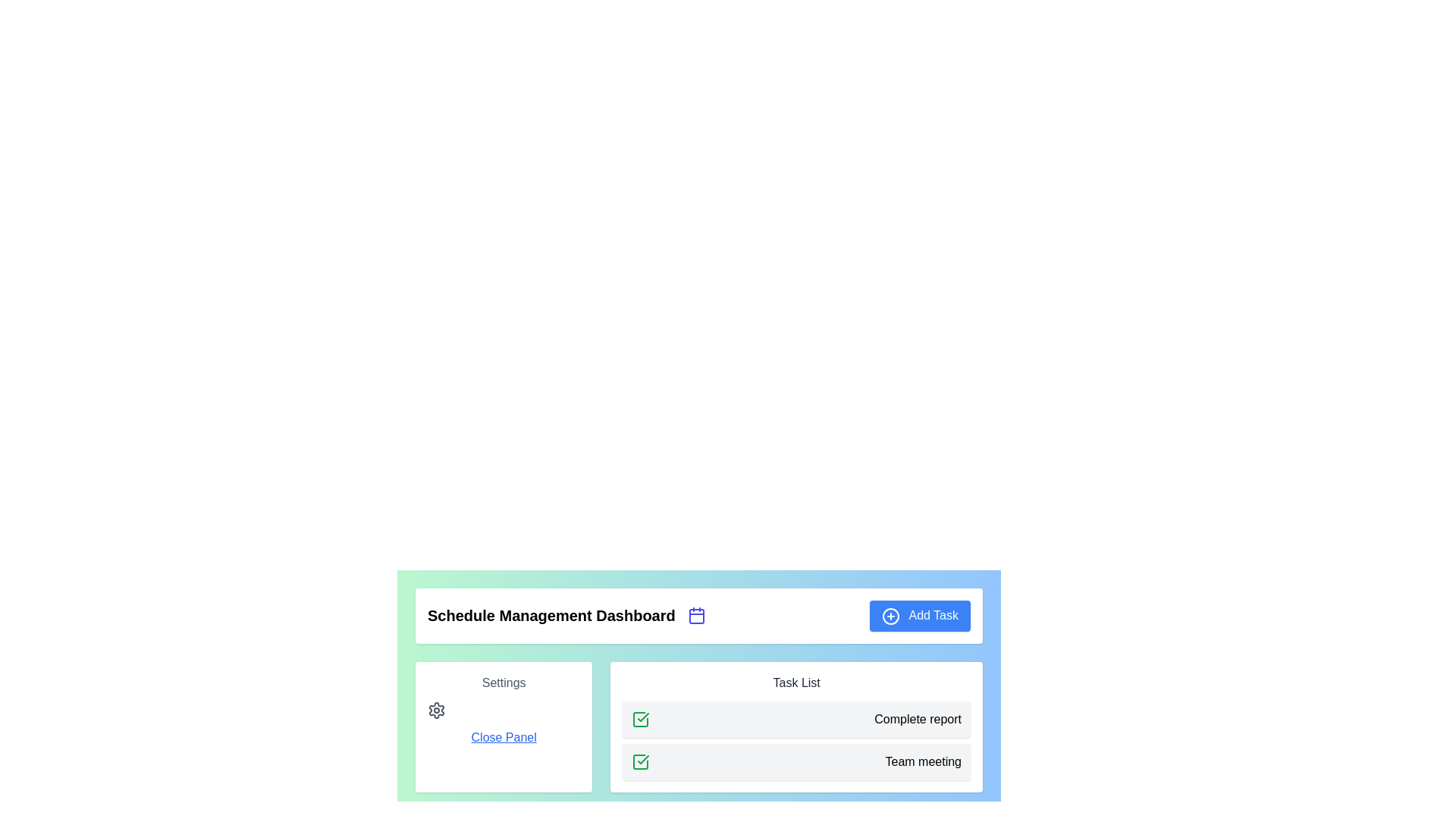 Image resolution: width=1456 pixels, height=819 pixels. What do you see at coordinates (641, 761) in the screenshot?
I see `the background area adjacent to the graphical representation indicating task completion for the 'Complete Report' task in the task list` at bounding box center [641, 761].